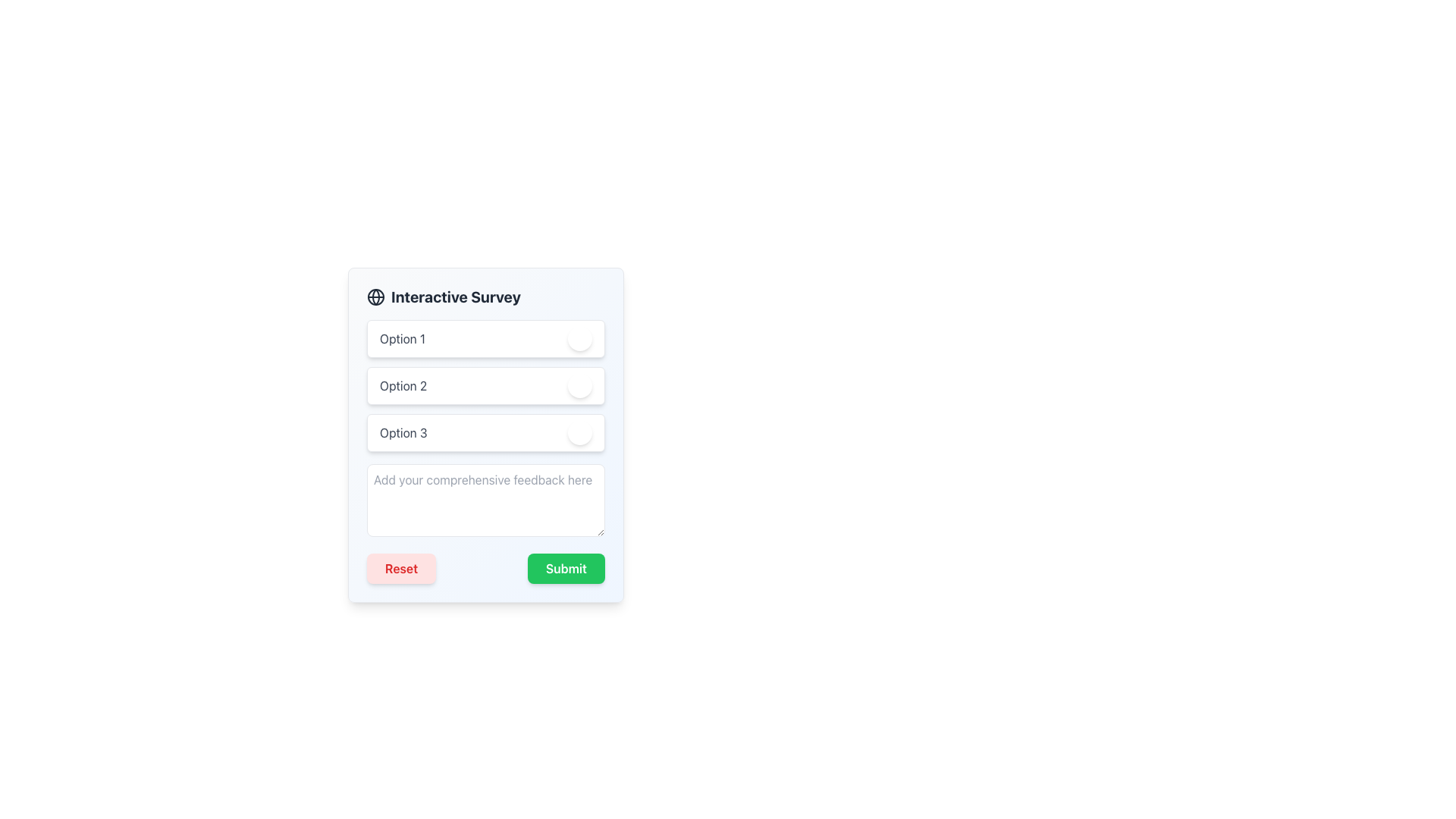 This screenshot has width=1456, height=819. What do you see at coordinates (579, 385) in the screenshot?
I see `the toggle button located to the right of the 'Option 2' text in the second row of the options list for keyboard interaction` at bounding box center [579, 385].